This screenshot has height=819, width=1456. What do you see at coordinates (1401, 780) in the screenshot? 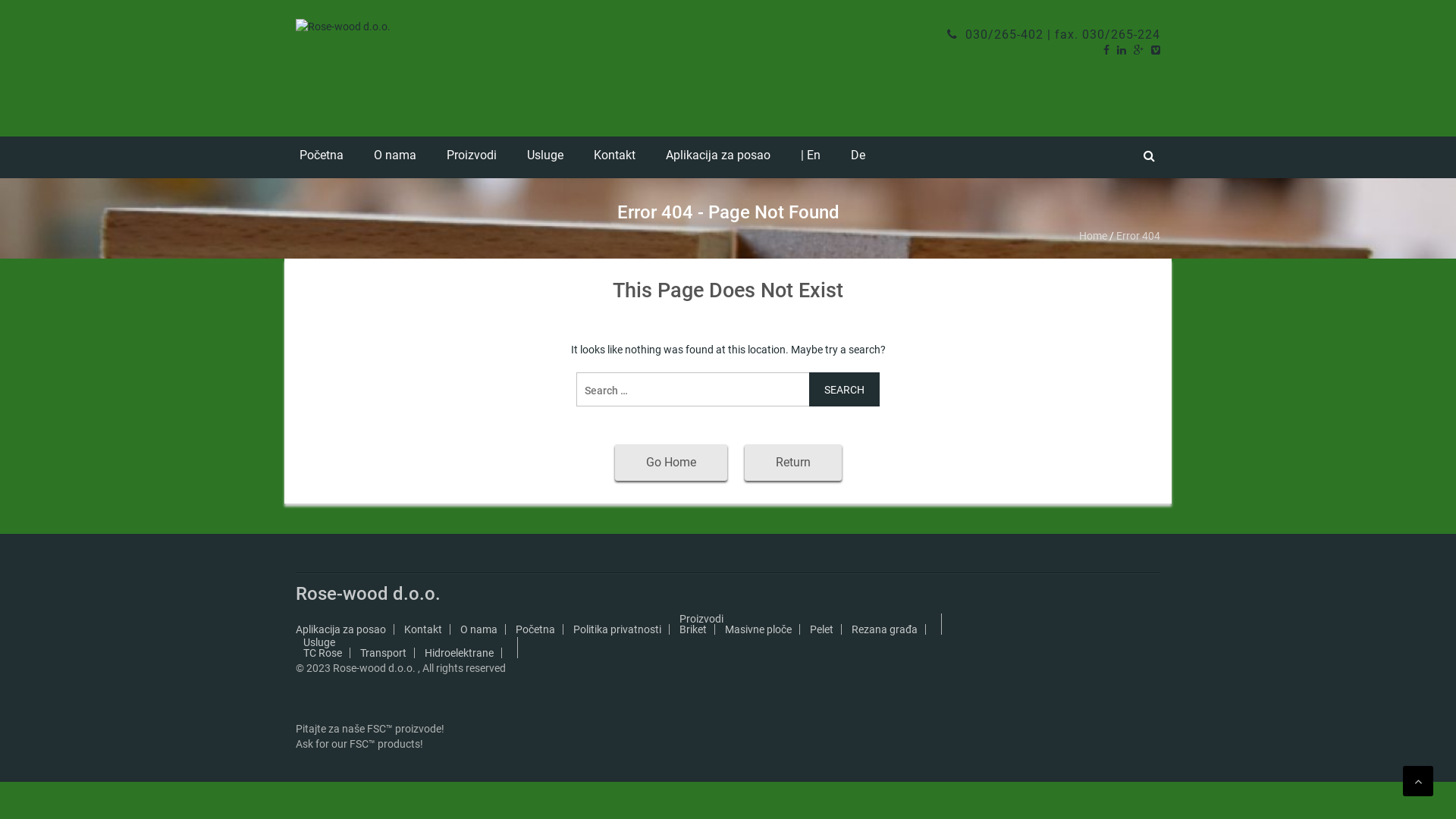
I see `'Go to Top'` at bounding box center [1401, 780].